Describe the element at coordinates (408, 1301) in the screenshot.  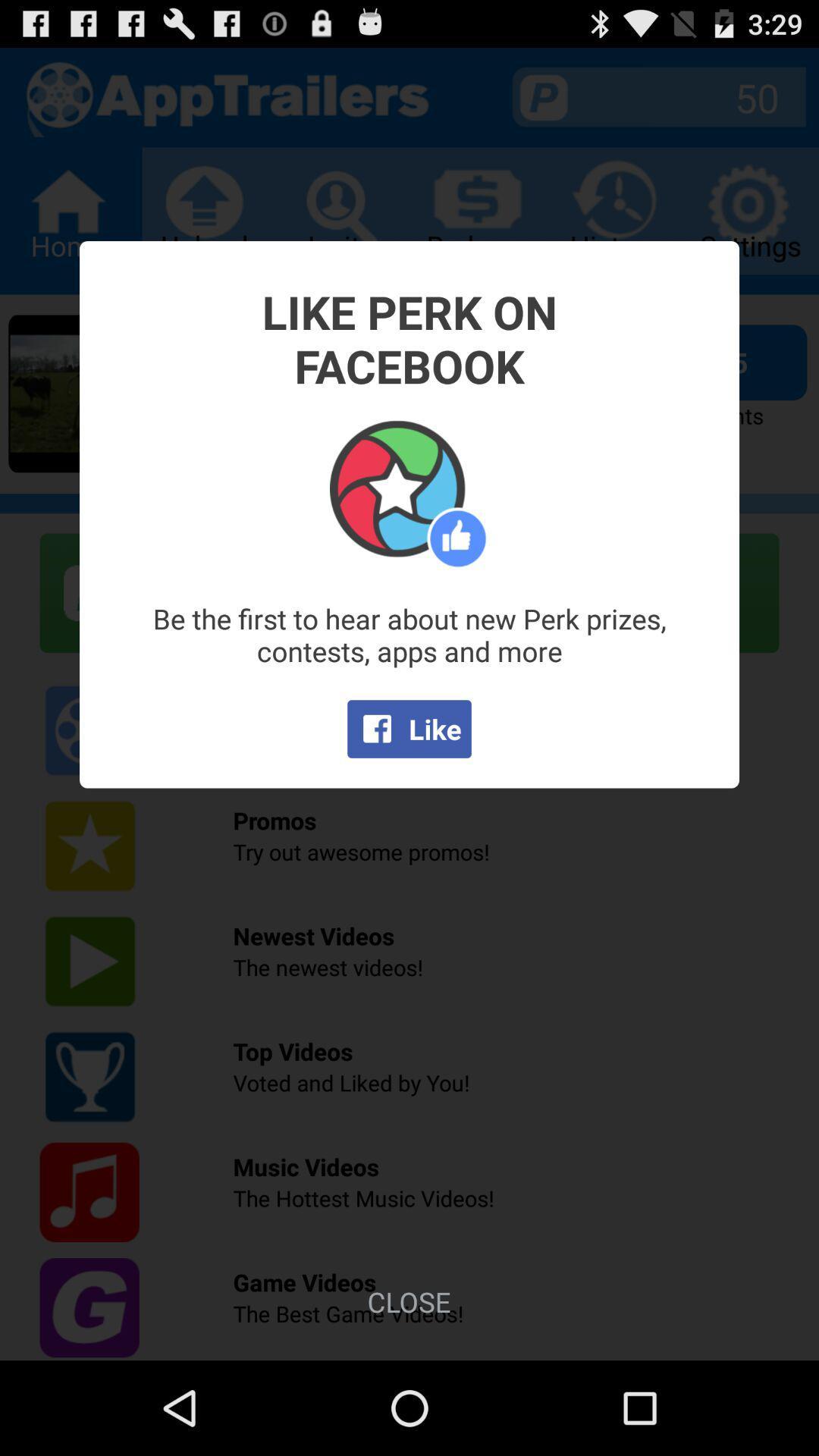
I see `close icon` at that location.